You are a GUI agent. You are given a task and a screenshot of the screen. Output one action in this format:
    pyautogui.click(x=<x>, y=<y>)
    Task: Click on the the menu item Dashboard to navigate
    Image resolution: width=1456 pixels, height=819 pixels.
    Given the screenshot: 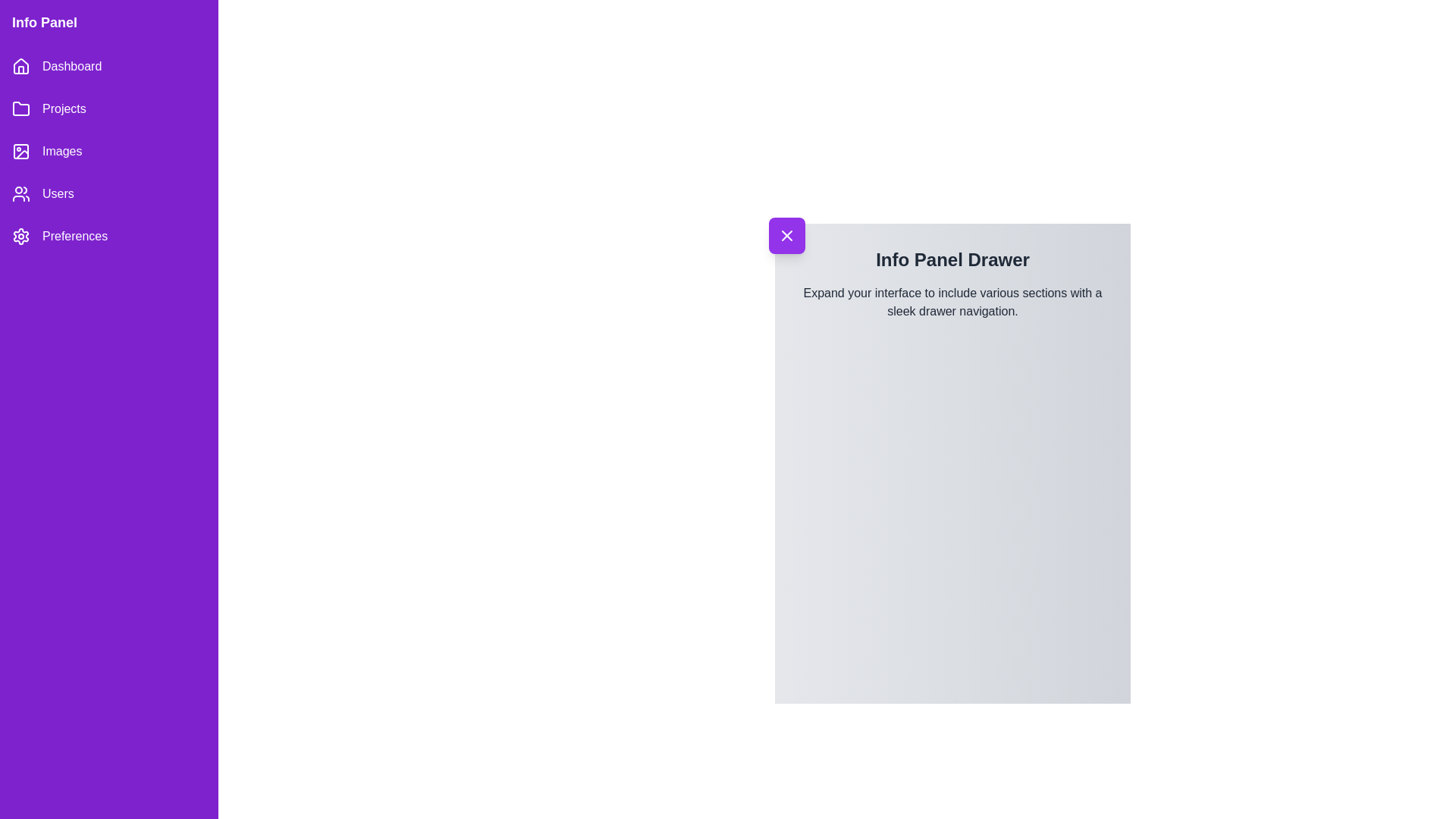 What is the action you would take?
    pyautogui.click(x=108, y=66)
    